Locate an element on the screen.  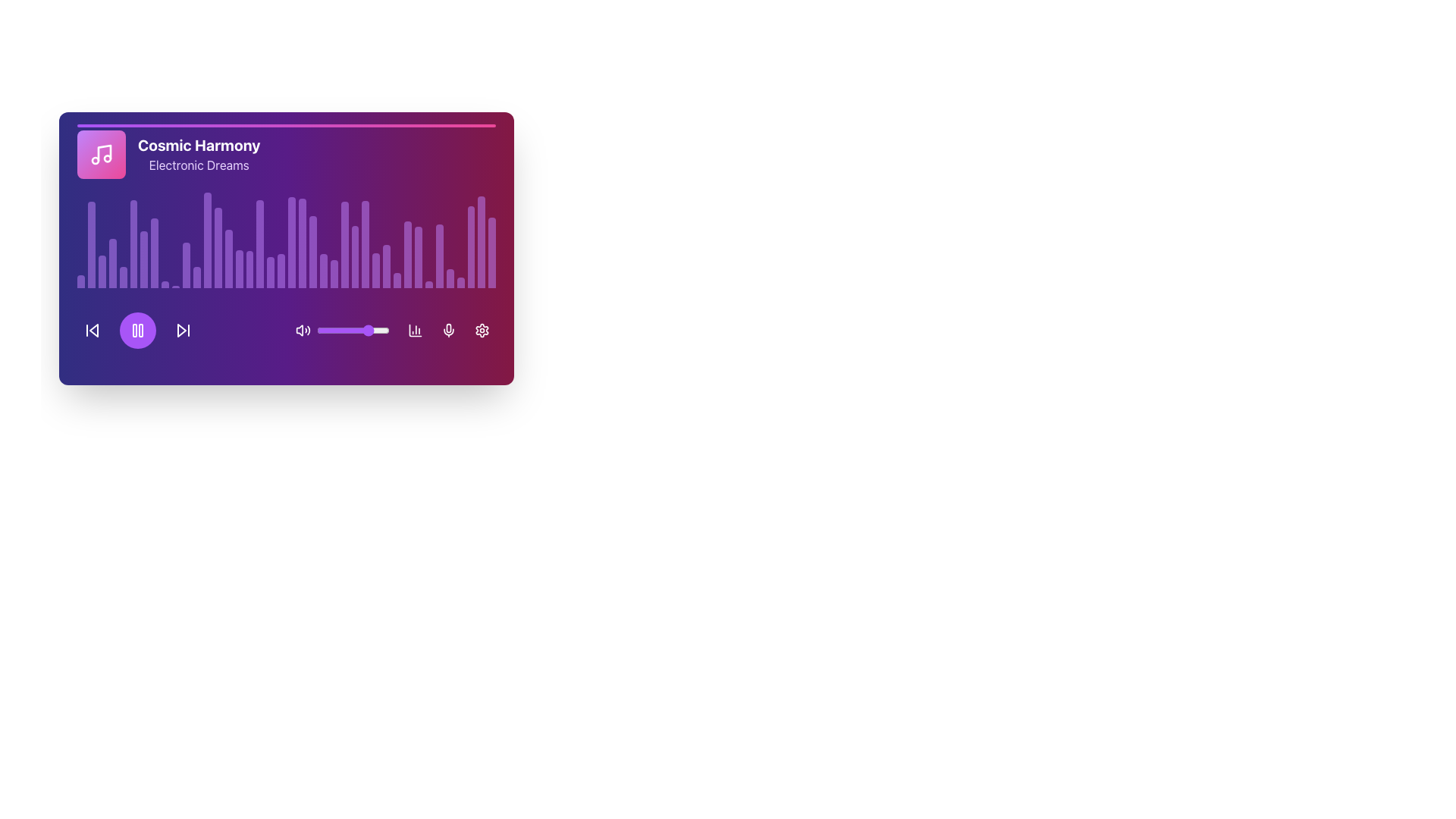
the value of the slider is located at coordinates (367, 329).